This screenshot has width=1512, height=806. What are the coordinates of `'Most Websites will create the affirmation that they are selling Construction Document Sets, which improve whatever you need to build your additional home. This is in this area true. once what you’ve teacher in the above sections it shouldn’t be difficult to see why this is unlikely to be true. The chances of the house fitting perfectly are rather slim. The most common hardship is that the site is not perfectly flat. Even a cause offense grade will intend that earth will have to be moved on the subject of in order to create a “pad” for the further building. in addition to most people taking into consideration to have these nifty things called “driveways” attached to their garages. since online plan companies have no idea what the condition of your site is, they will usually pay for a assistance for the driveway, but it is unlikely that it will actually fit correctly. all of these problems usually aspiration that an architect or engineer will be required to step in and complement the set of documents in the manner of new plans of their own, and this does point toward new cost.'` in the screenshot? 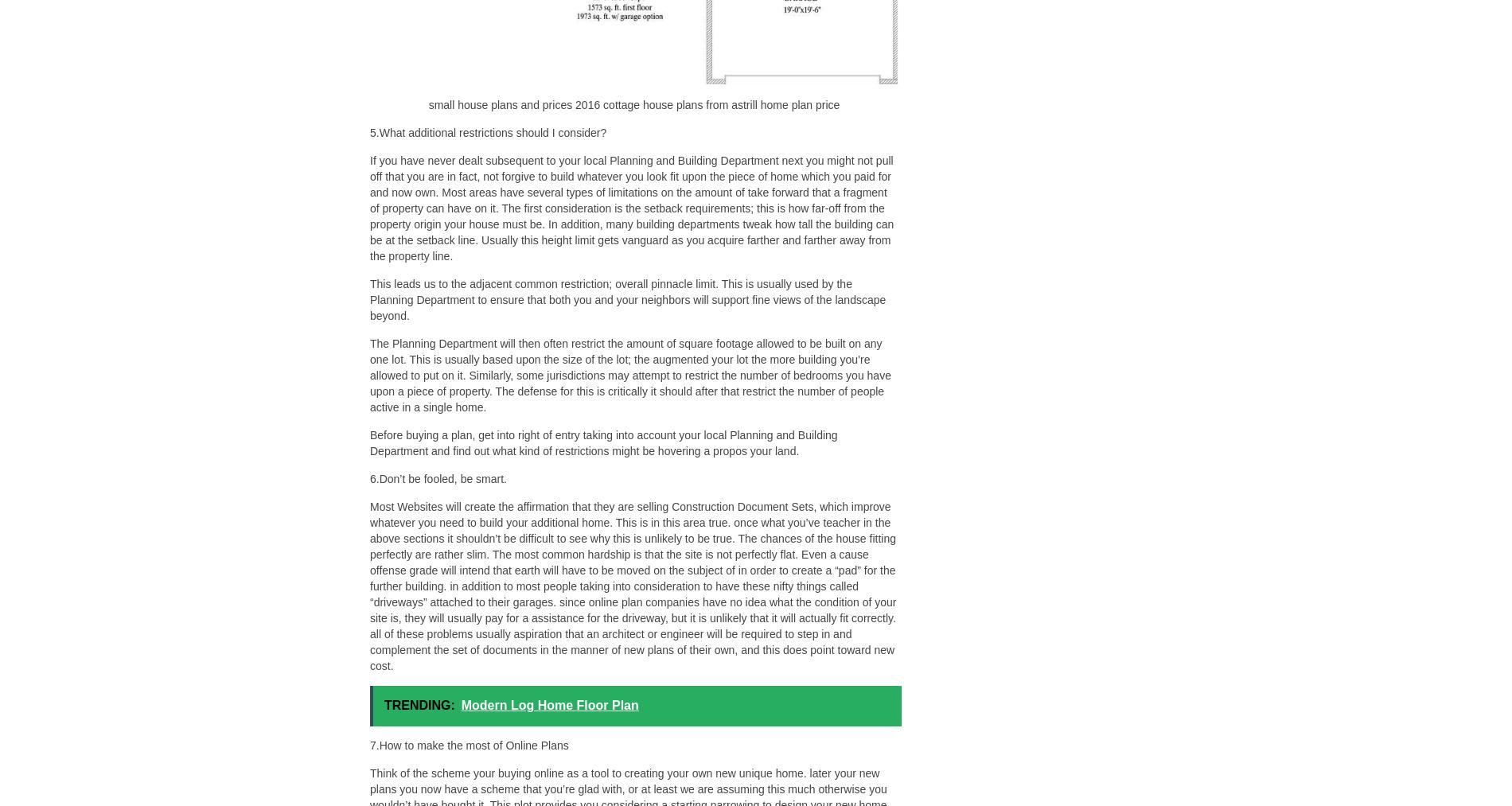 It's located at (632, 586).